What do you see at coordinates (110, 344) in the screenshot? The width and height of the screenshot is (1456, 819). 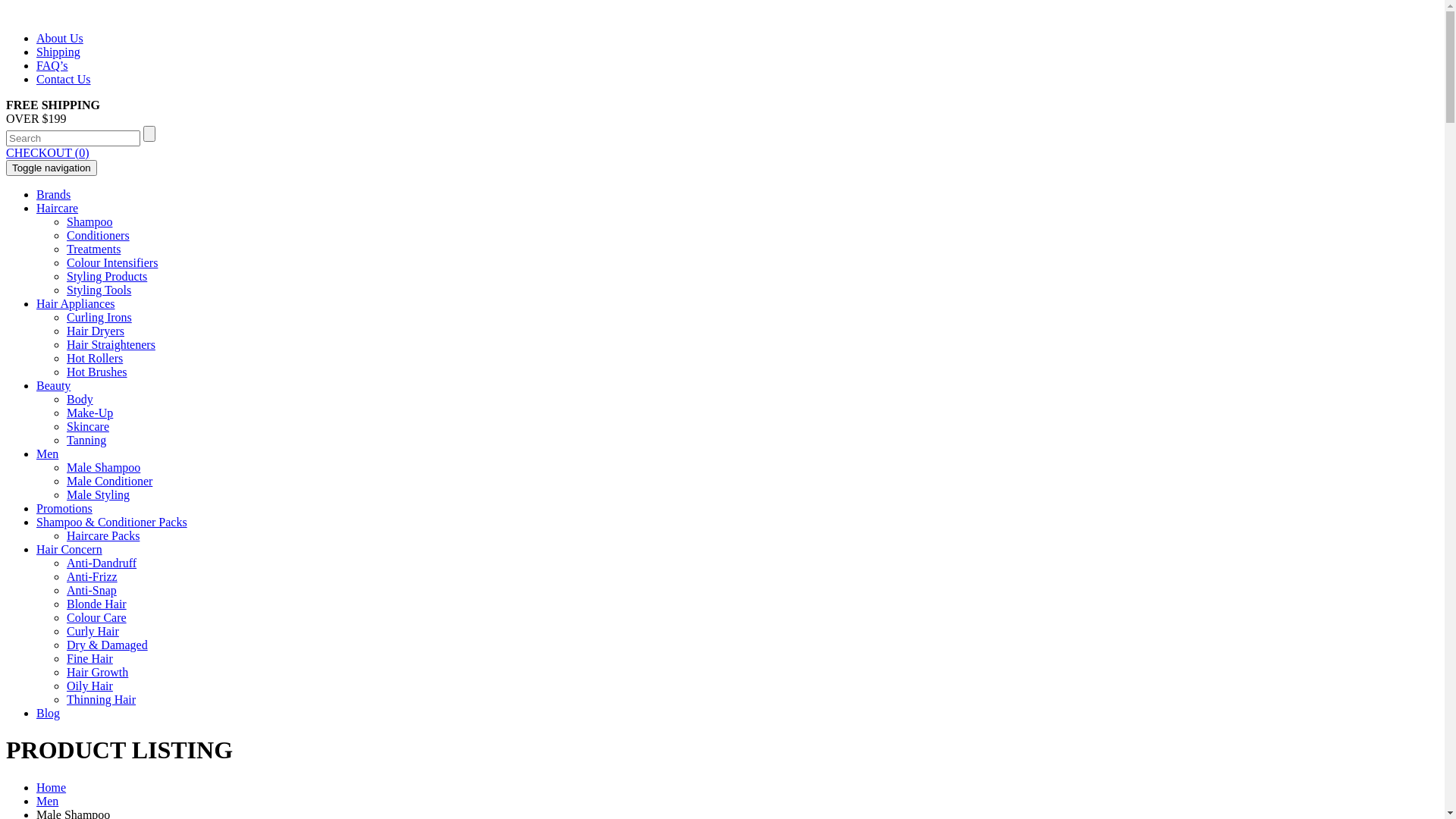 I see `'Hair Straighteners'` at bounding box center [110, 344].